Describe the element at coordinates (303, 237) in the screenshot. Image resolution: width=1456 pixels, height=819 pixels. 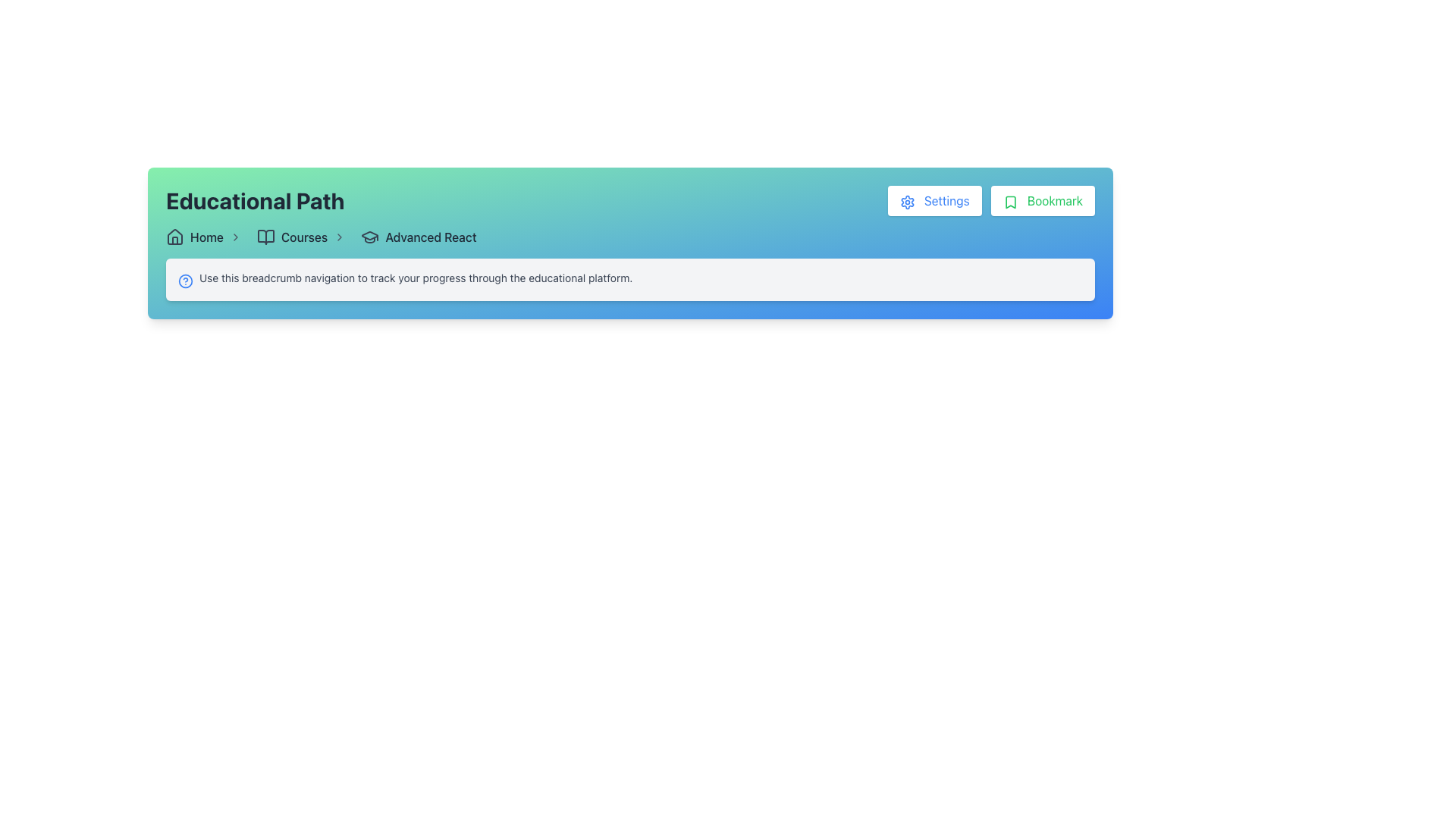
I see `the Breadcrumb Item labeled 'Courses' which consists of an open book icon and is located between 'Home' and 'Advanced React'` at that location.